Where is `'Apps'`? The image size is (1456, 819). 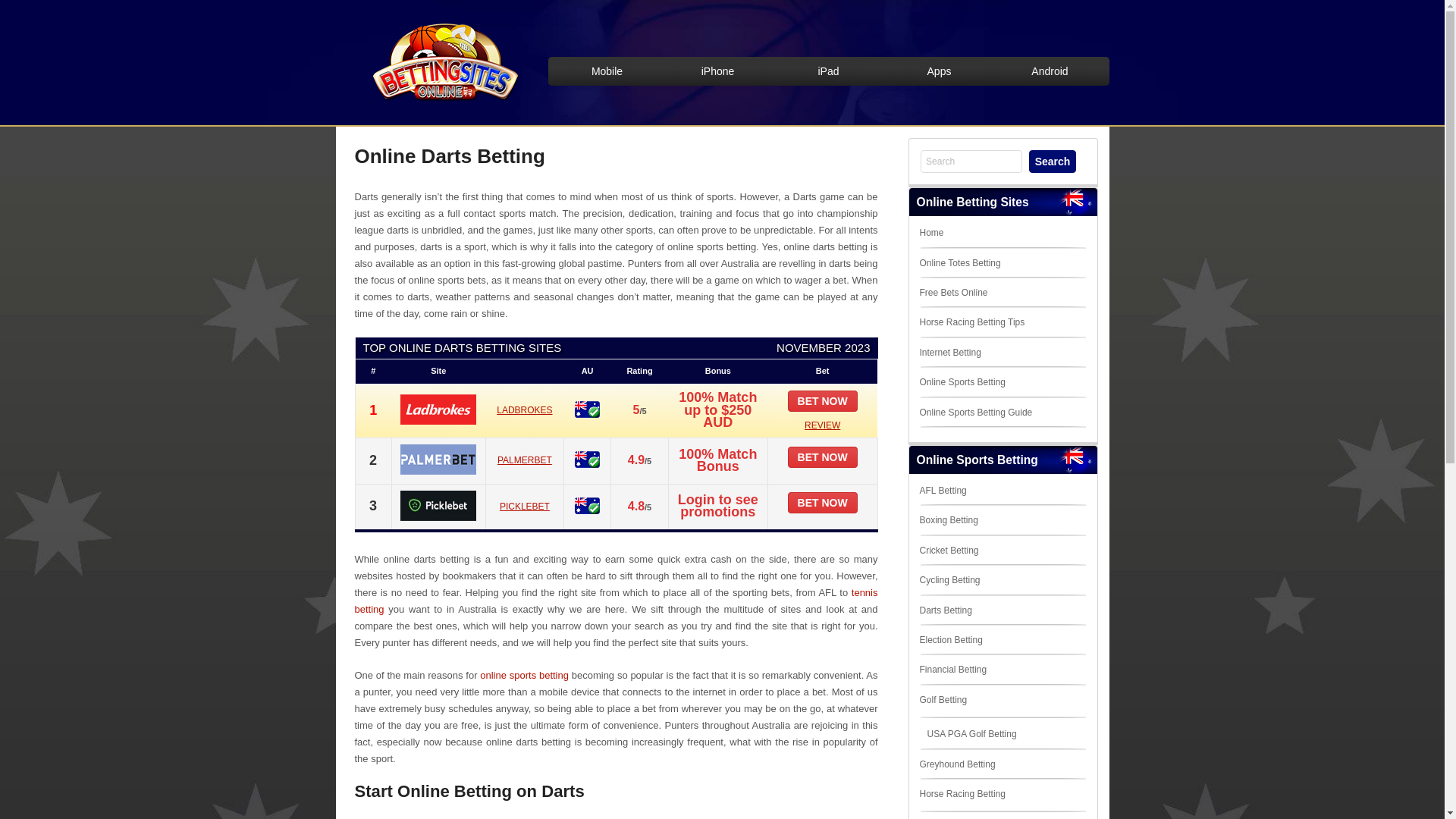 'Apps' is located at coordinates (938, 71).